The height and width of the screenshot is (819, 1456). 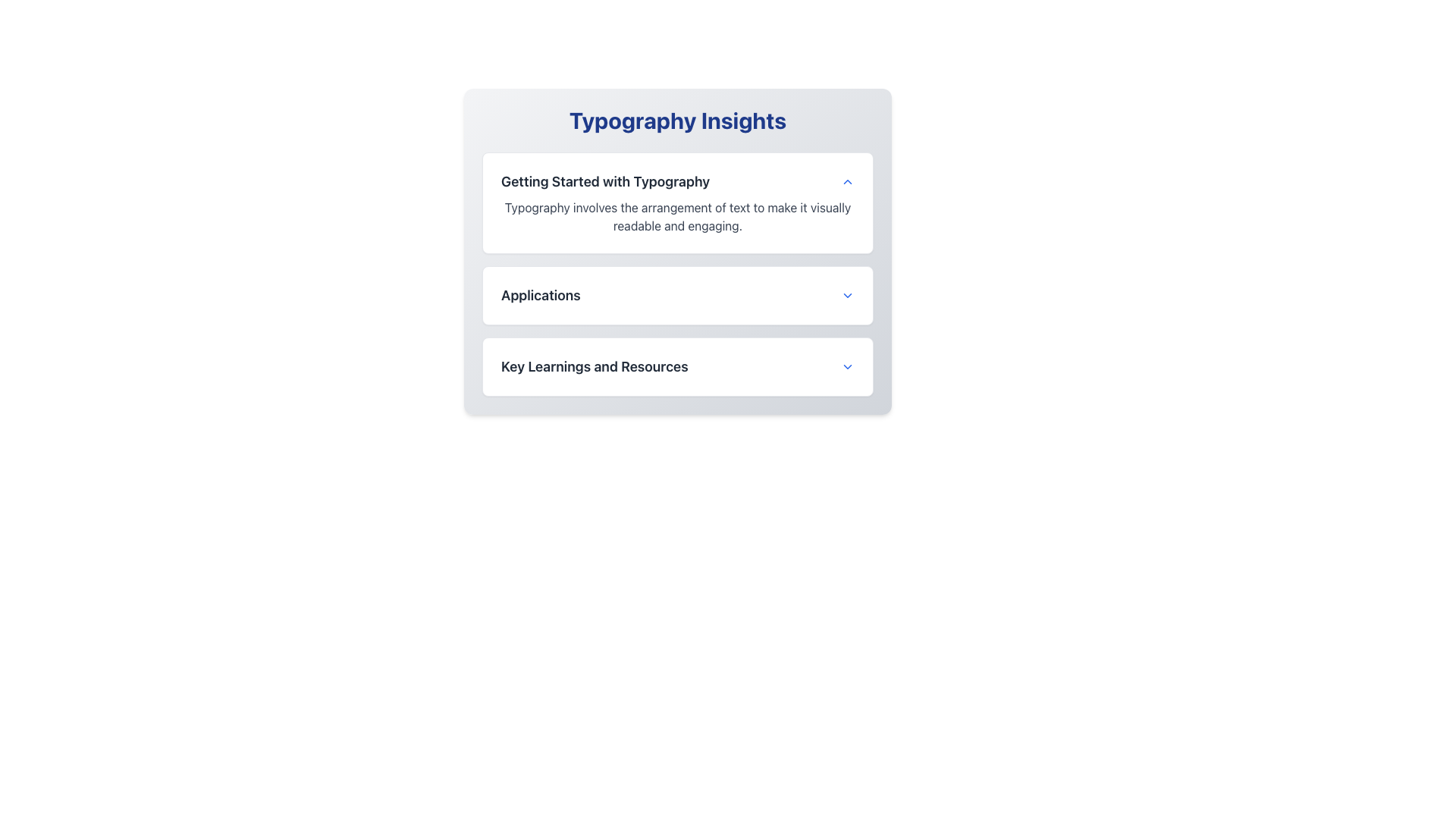 What do you see at coordinates (541, 295) in the screenshot?
I see `the 'Applications' text label, which is displayed in bold dark grey and serves as a heading in the interface` at bounding box center [541, 295].